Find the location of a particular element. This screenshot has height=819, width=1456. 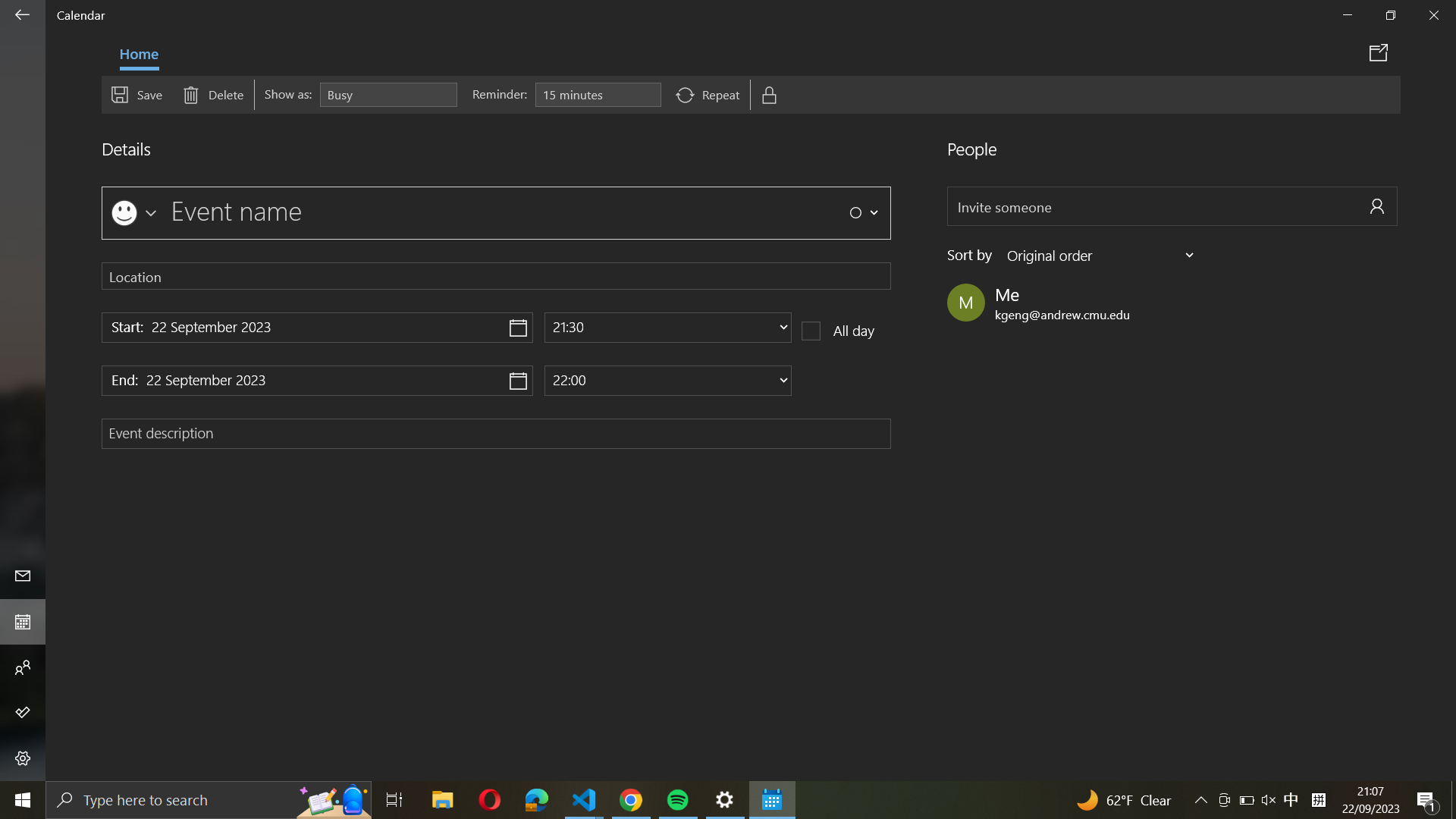

Organize event attendees by their last name is located at coordinates (1102, 254).